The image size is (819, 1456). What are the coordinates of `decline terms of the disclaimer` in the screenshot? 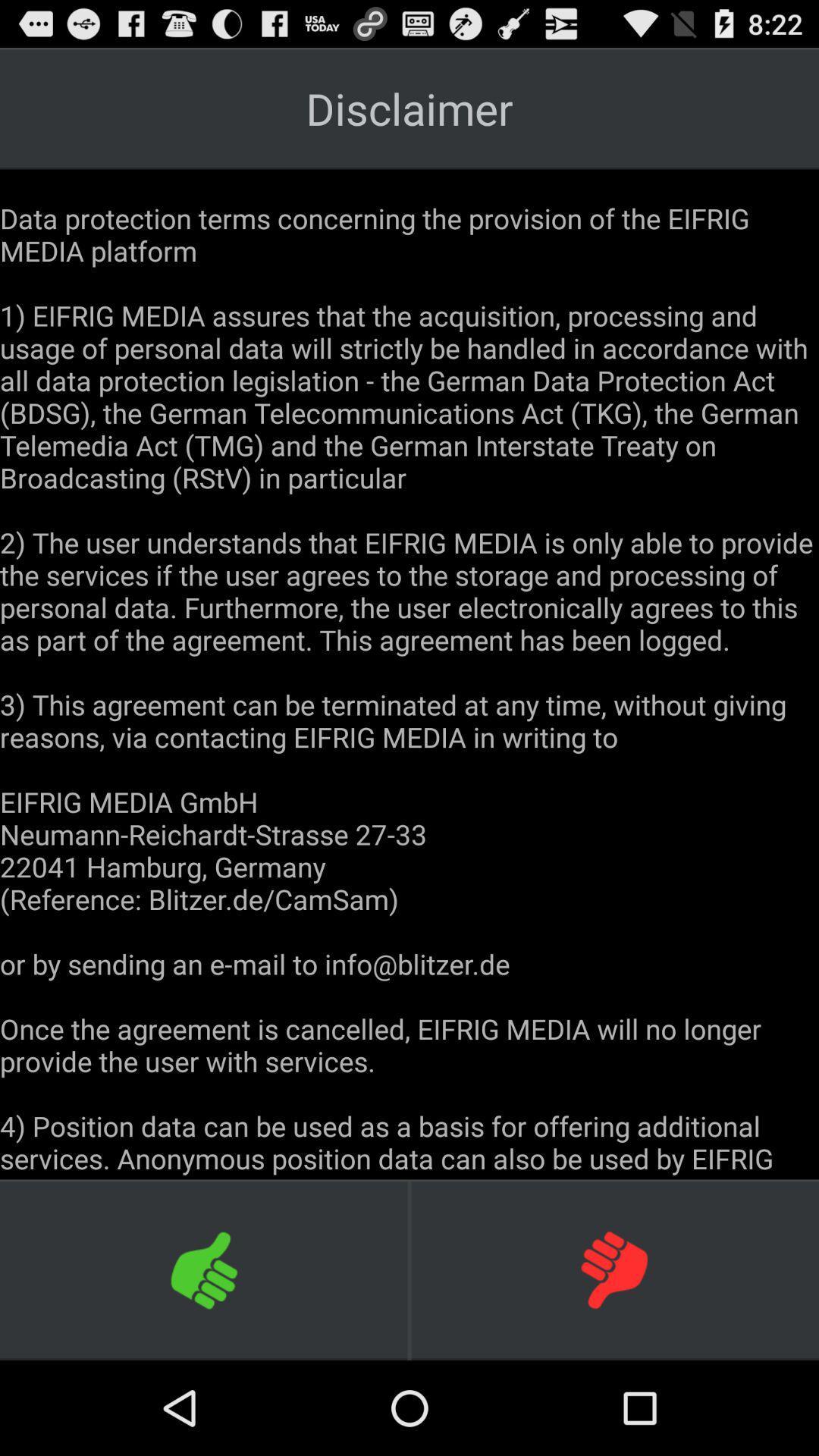 It's located at (614, 1269).